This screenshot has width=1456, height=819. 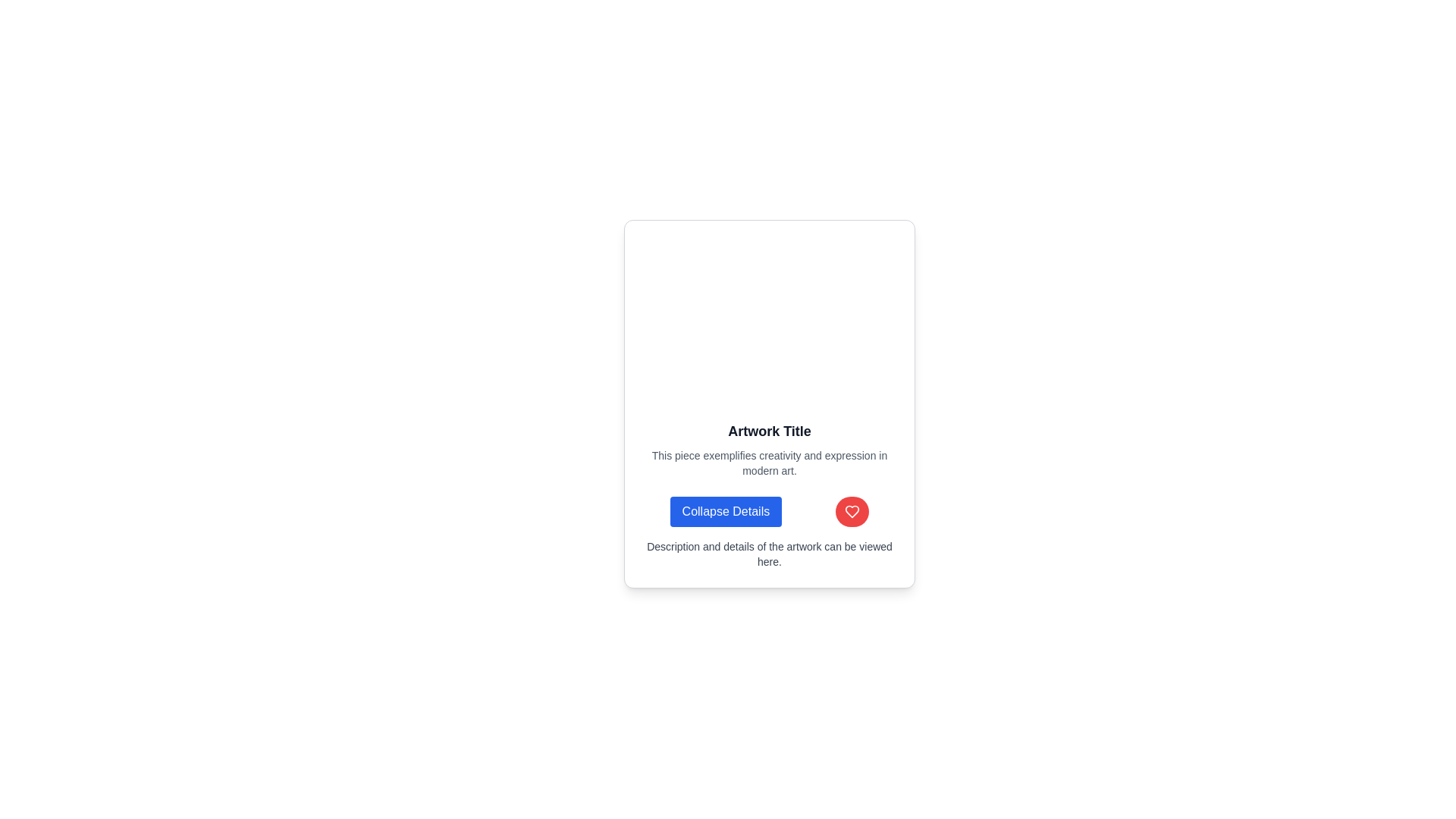 What do you see at coordinates (725, 512) in the screenshot?
I see `the blue button labeled 'Collapse Details'` at bounding box center [725, 512].